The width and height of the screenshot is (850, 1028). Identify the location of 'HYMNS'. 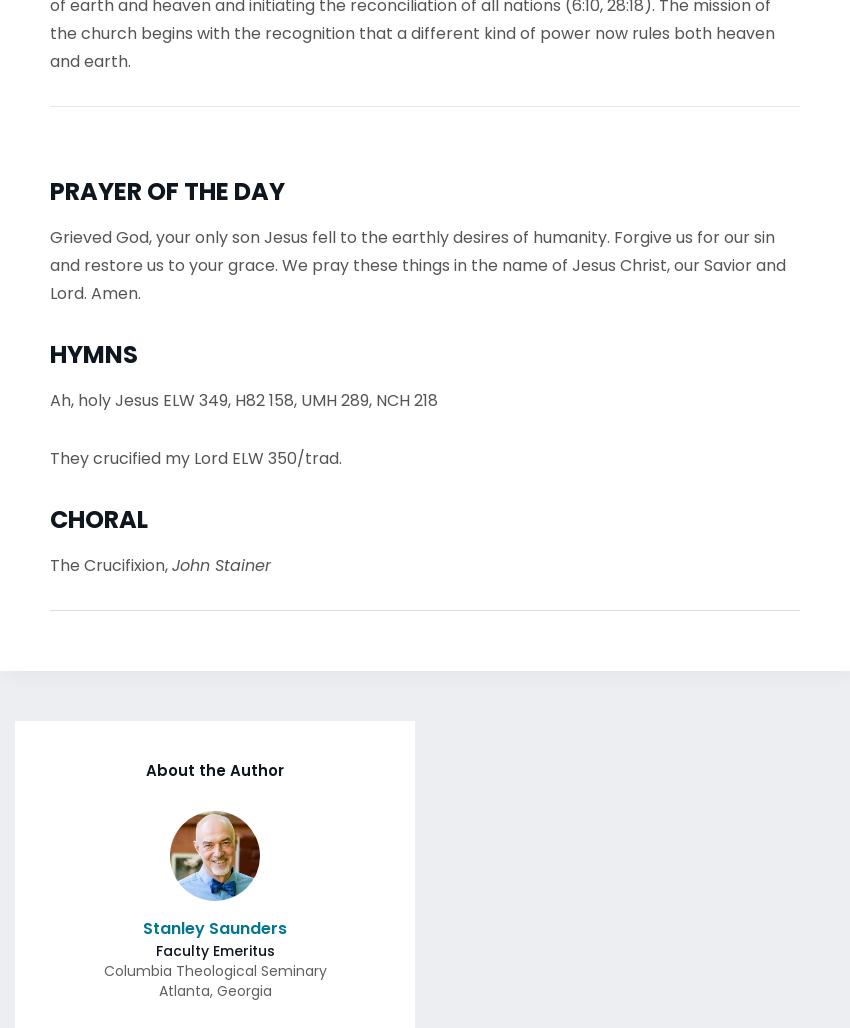
(93, 347).